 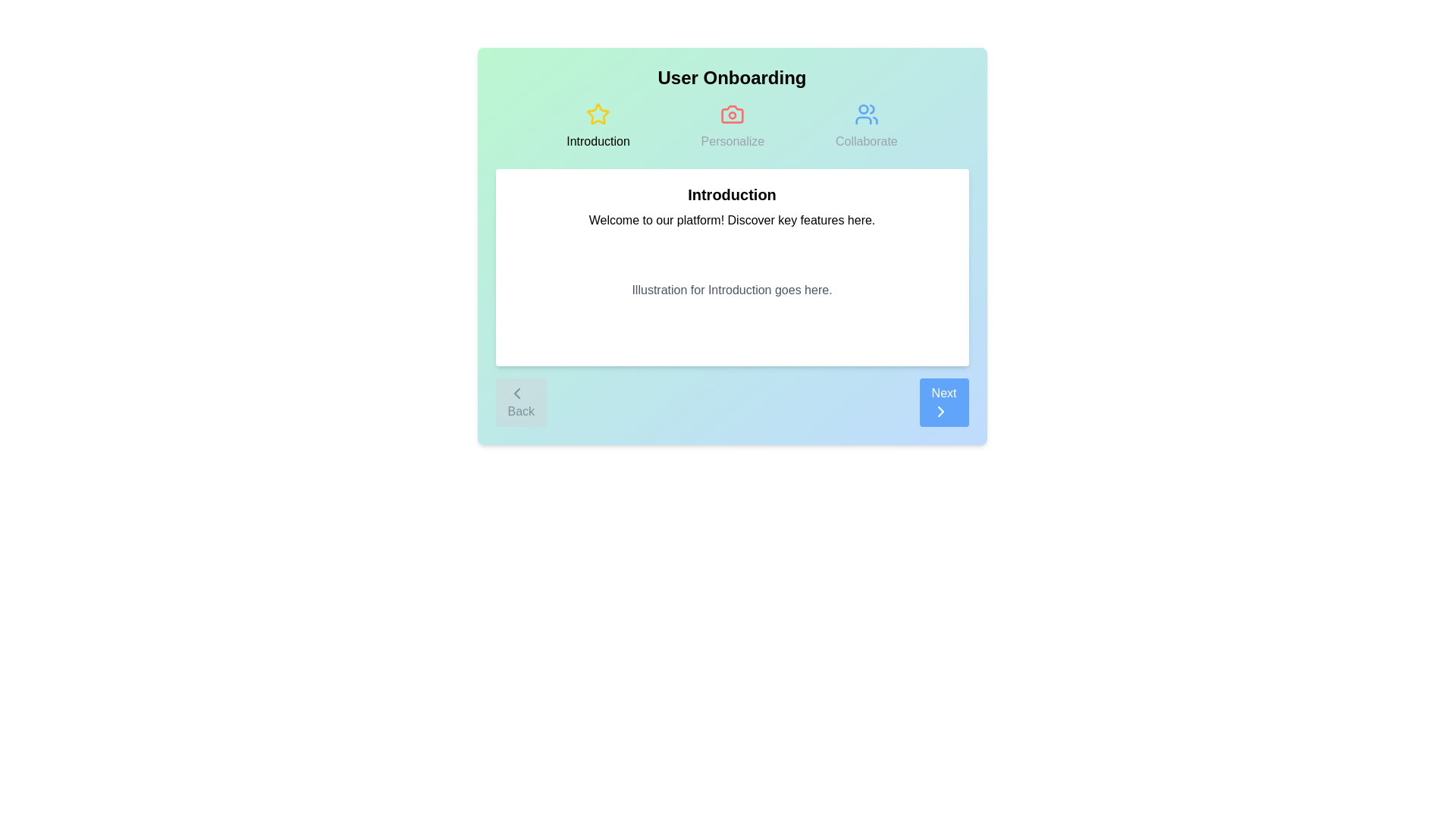 I want to click on the Personalize step icon to switch to that step, so click(x=733, y=125).